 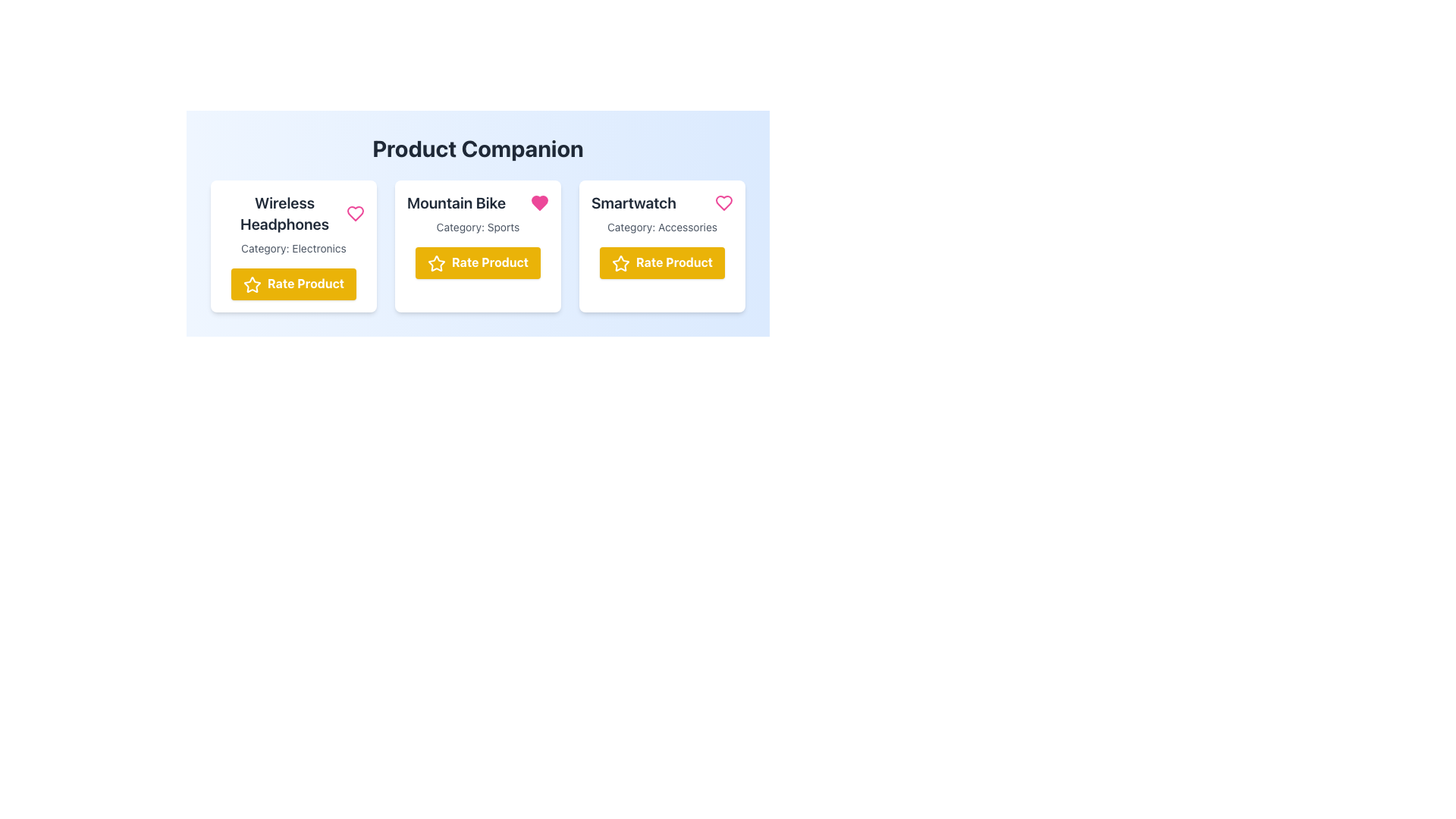 What do you see at coordinates (662, 262) in the screenshot?
I see `the 'Rate Product' button located at the bottom of the 'Smartwatch' card to initiate the product rating process` at bounding box center [662, 262].